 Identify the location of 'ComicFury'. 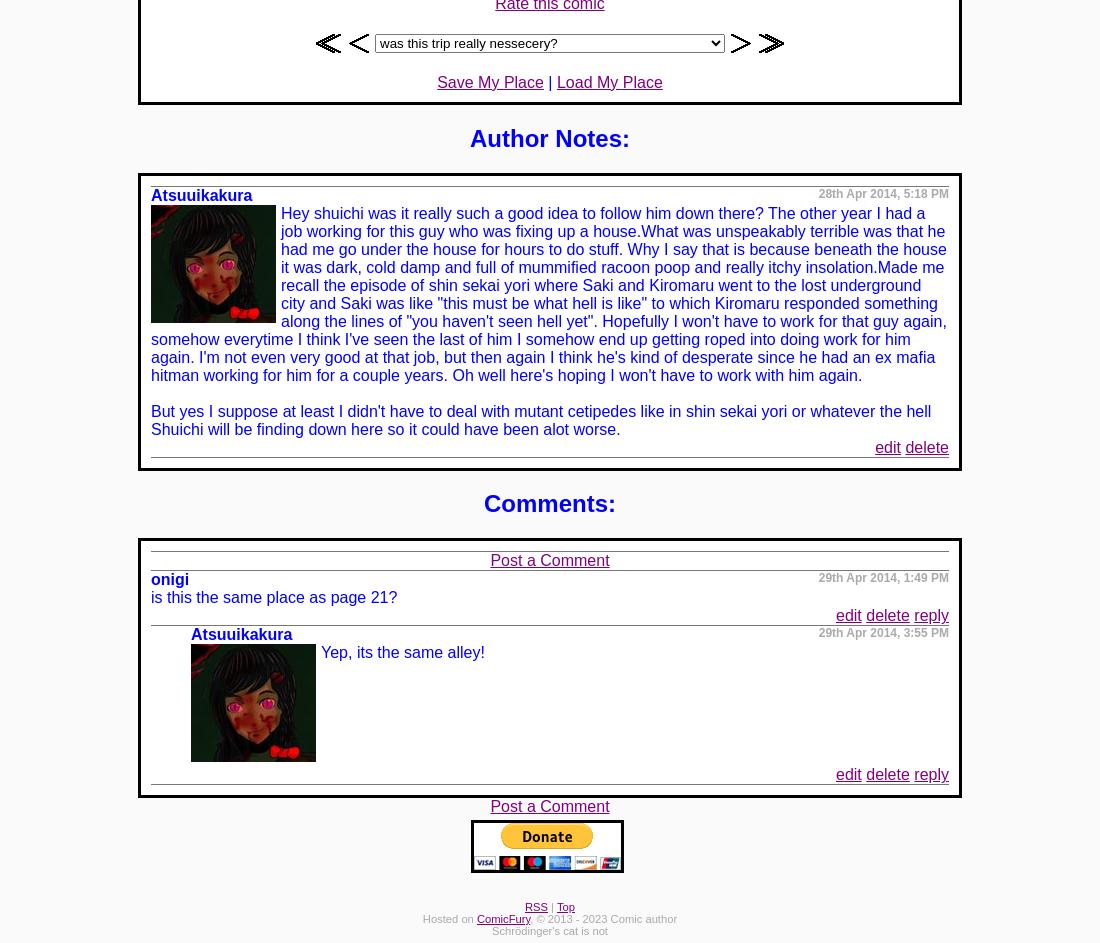
(503, 917).